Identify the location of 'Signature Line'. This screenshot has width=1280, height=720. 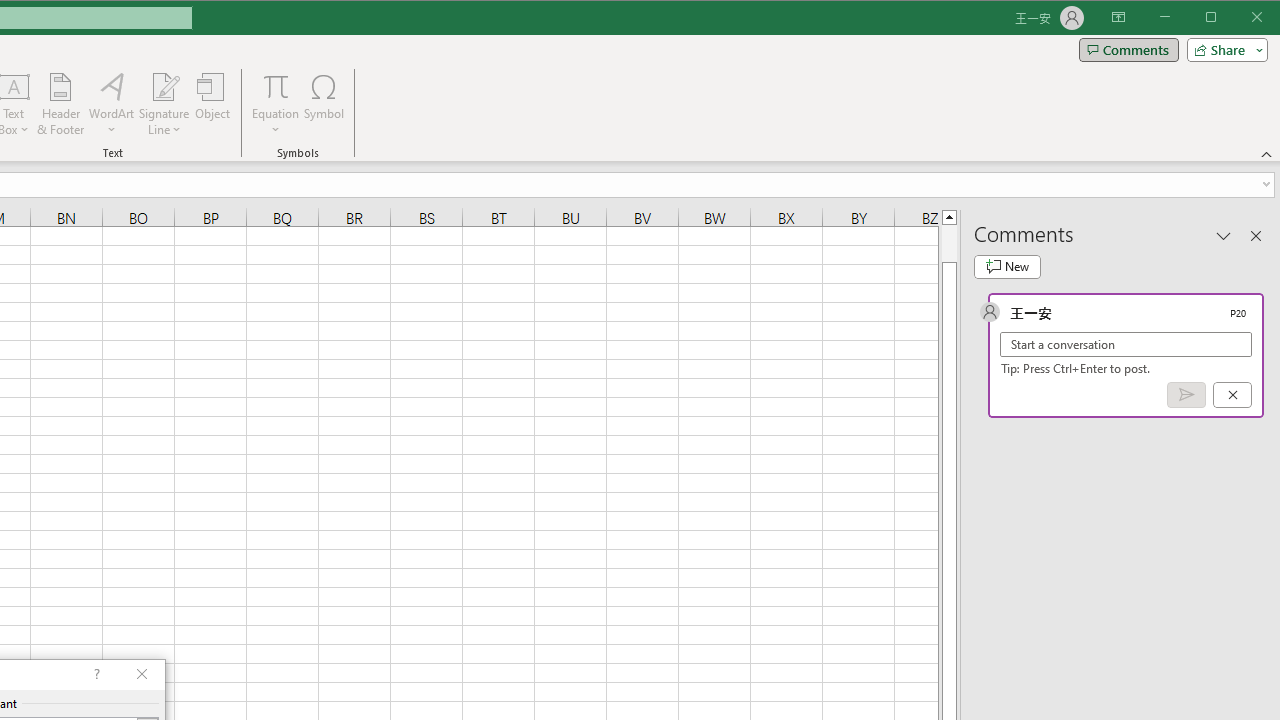
(164, 104).